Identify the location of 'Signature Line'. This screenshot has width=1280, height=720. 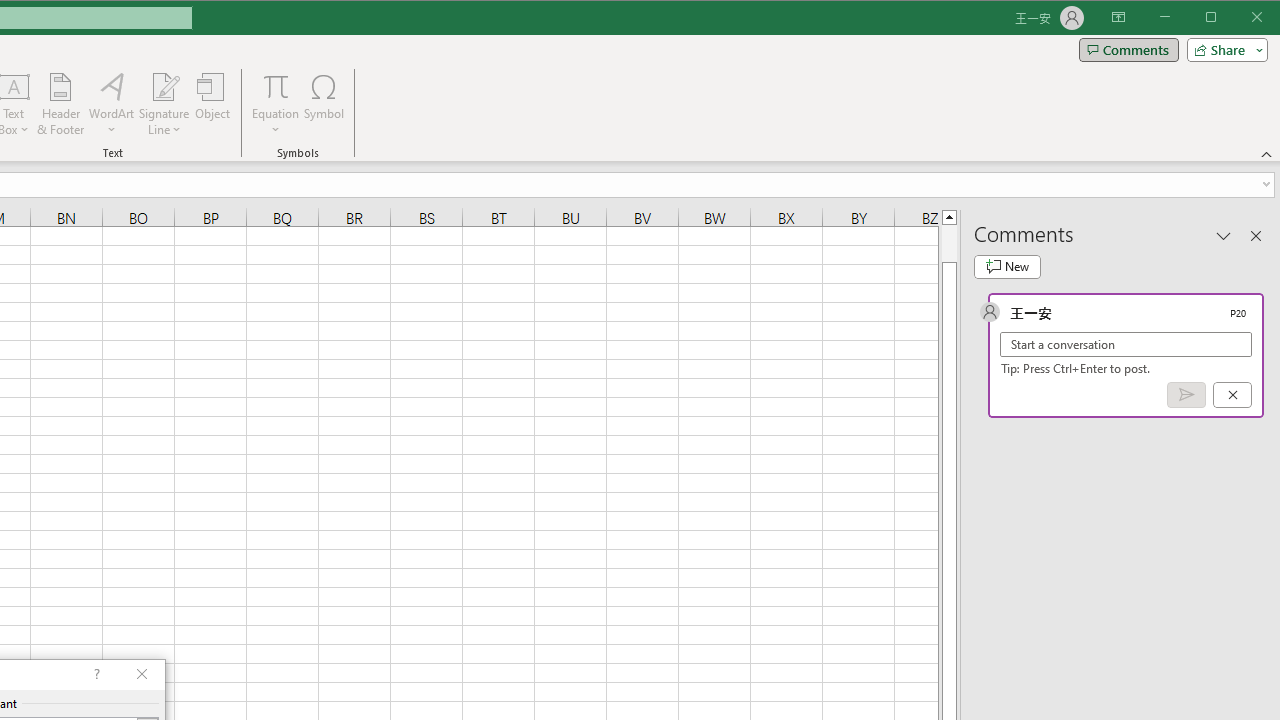
(164, 104).